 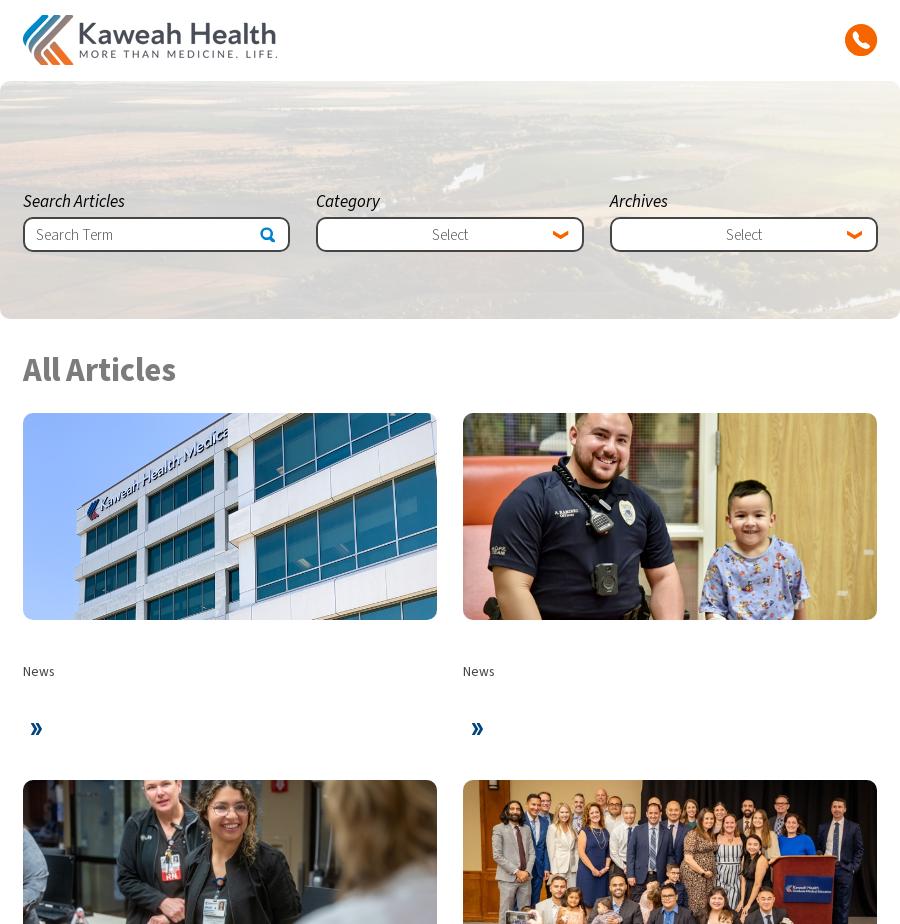 I want to click on 'Careers', so click(x=26, y=171).